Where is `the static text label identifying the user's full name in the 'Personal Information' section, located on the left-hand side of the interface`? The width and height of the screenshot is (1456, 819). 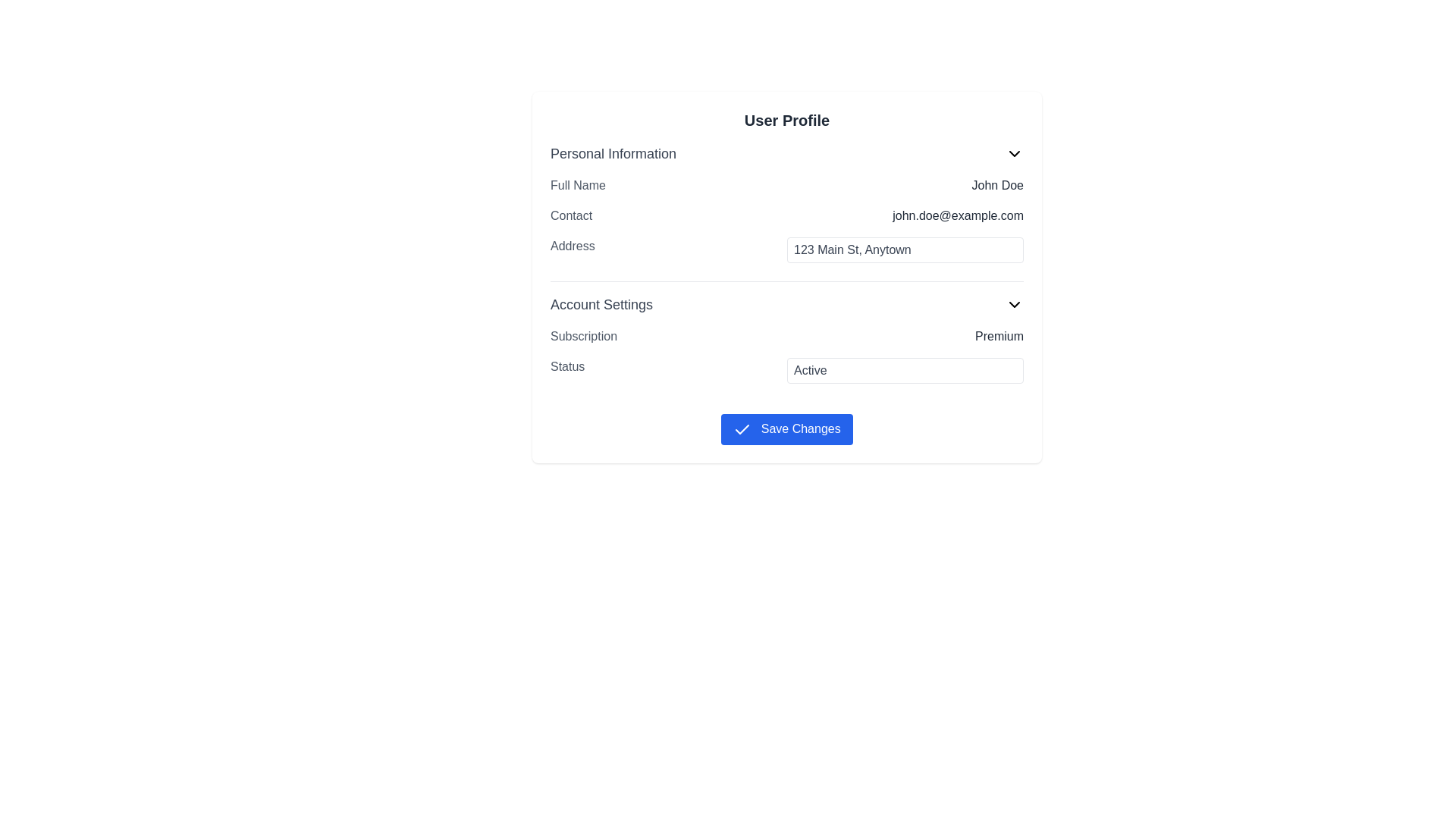 the static text label identifying the user's full name in the 'Personal Information' section, located on the left-hand side of the interface is located at coordinates (577, 185).